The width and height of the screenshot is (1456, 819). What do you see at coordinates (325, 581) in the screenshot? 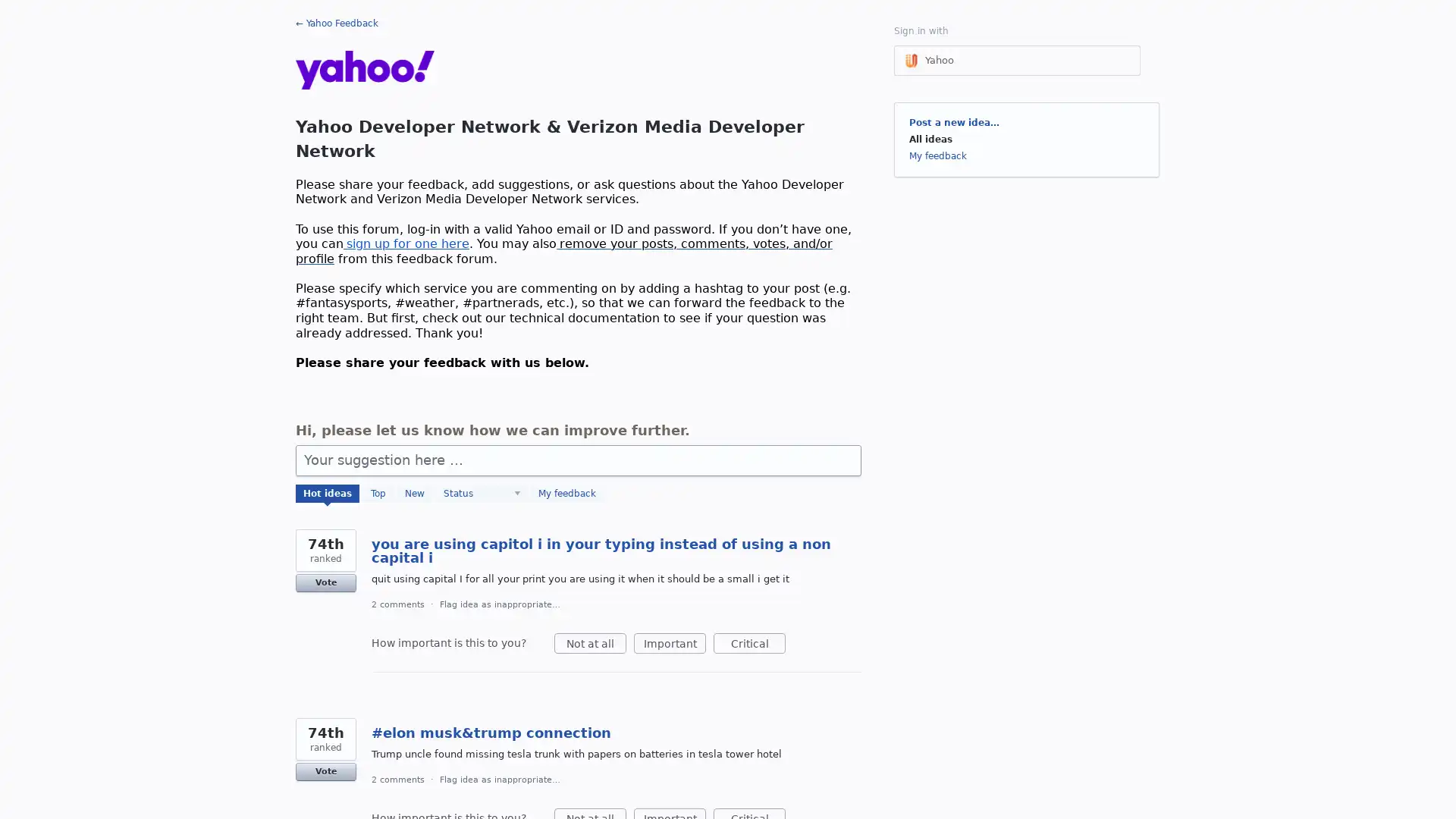
I see `Vote` at bounding box center [325, 581].